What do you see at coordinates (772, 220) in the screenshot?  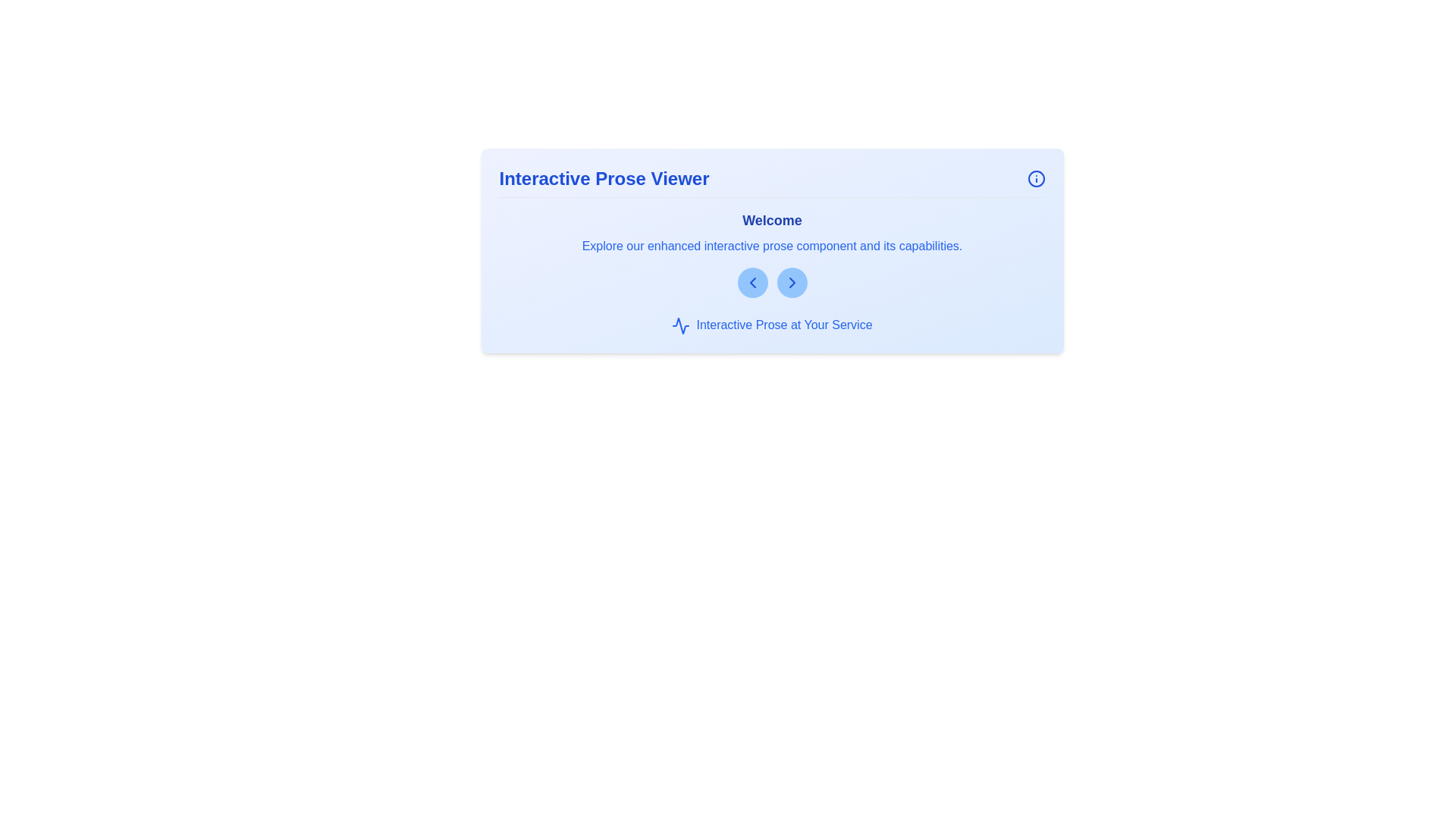 I see `the Text label that serves as a greeting and introduces the contents of the interactive prose viewer` at bounding box center [772, 220].